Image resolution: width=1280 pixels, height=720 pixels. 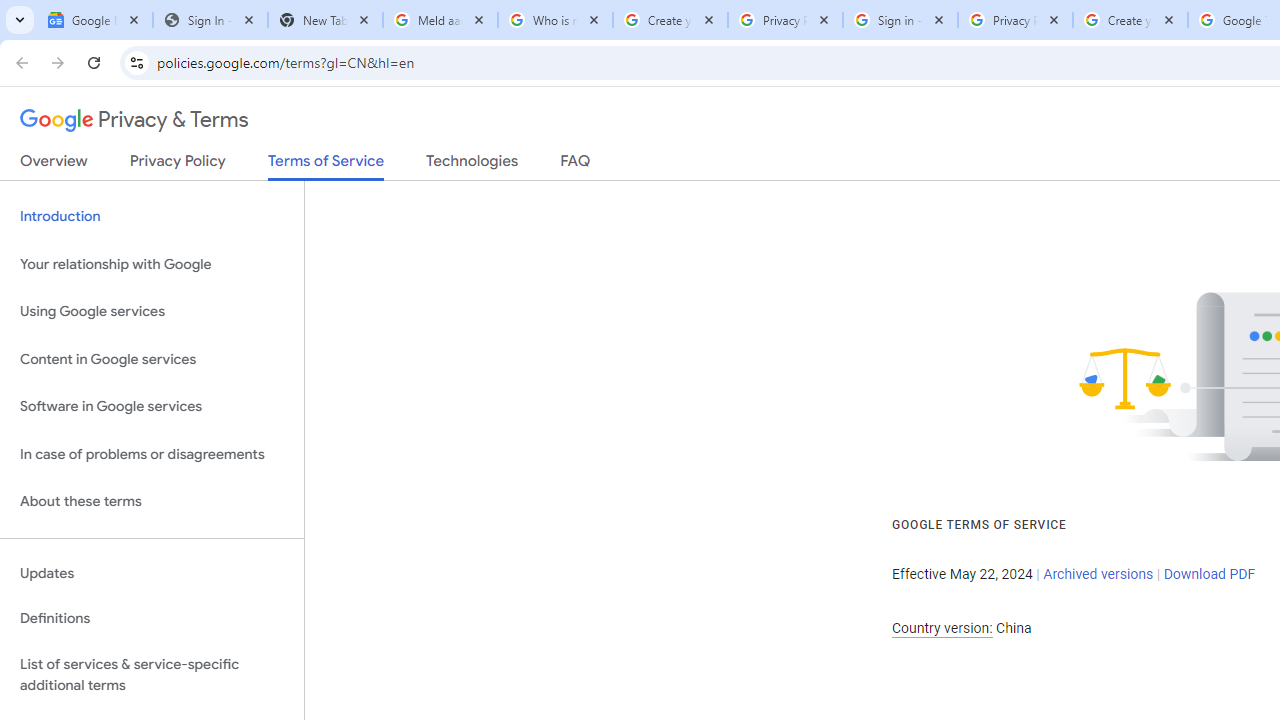 I want to click on 'New Tab', so click(x=325, y=20).